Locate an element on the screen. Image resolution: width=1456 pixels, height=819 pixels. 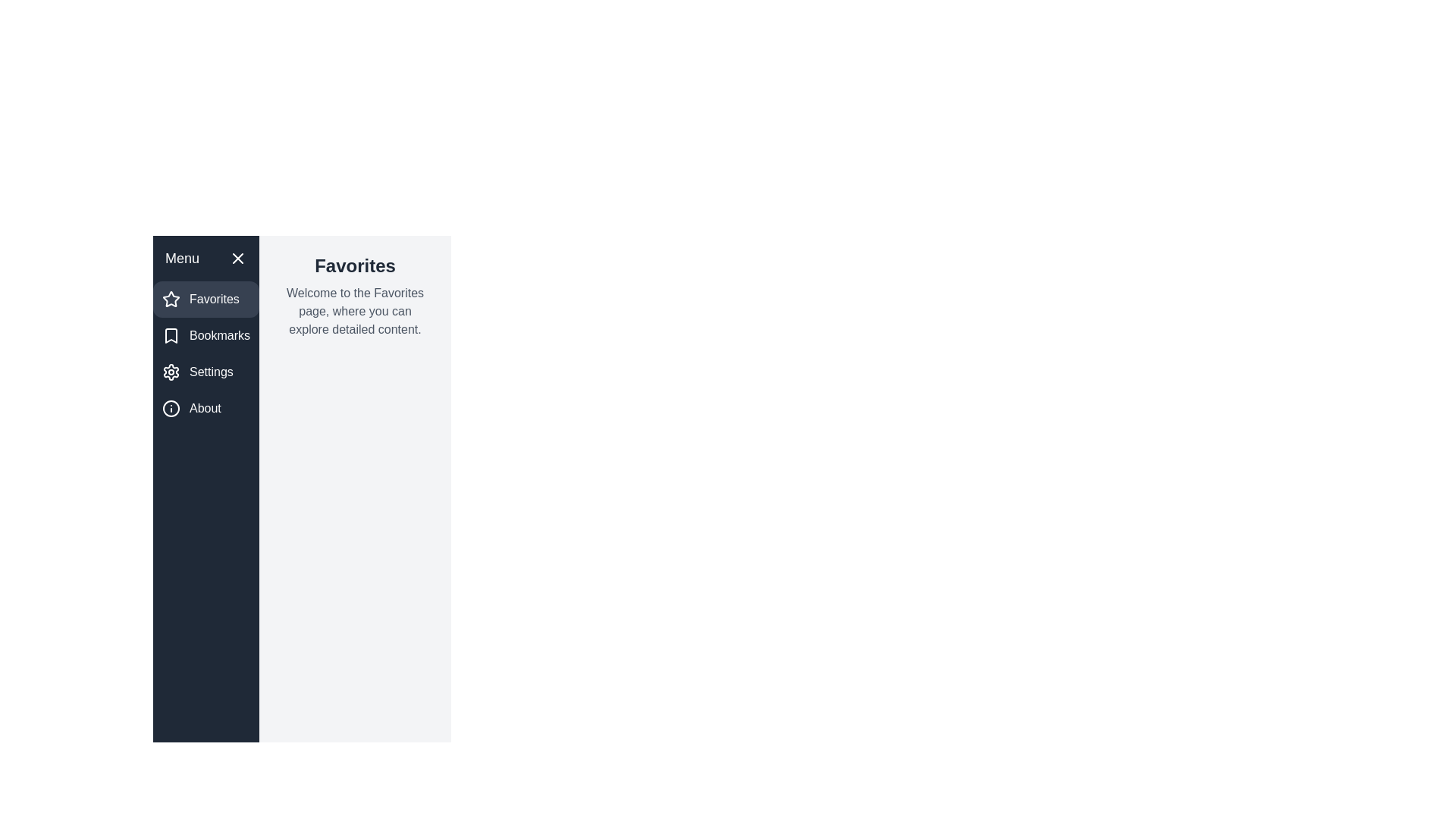
the 'Favorites' text label in the left vertical navigation bar, which is positioned adjacent to a star icon is located at coordinates (213, 299).